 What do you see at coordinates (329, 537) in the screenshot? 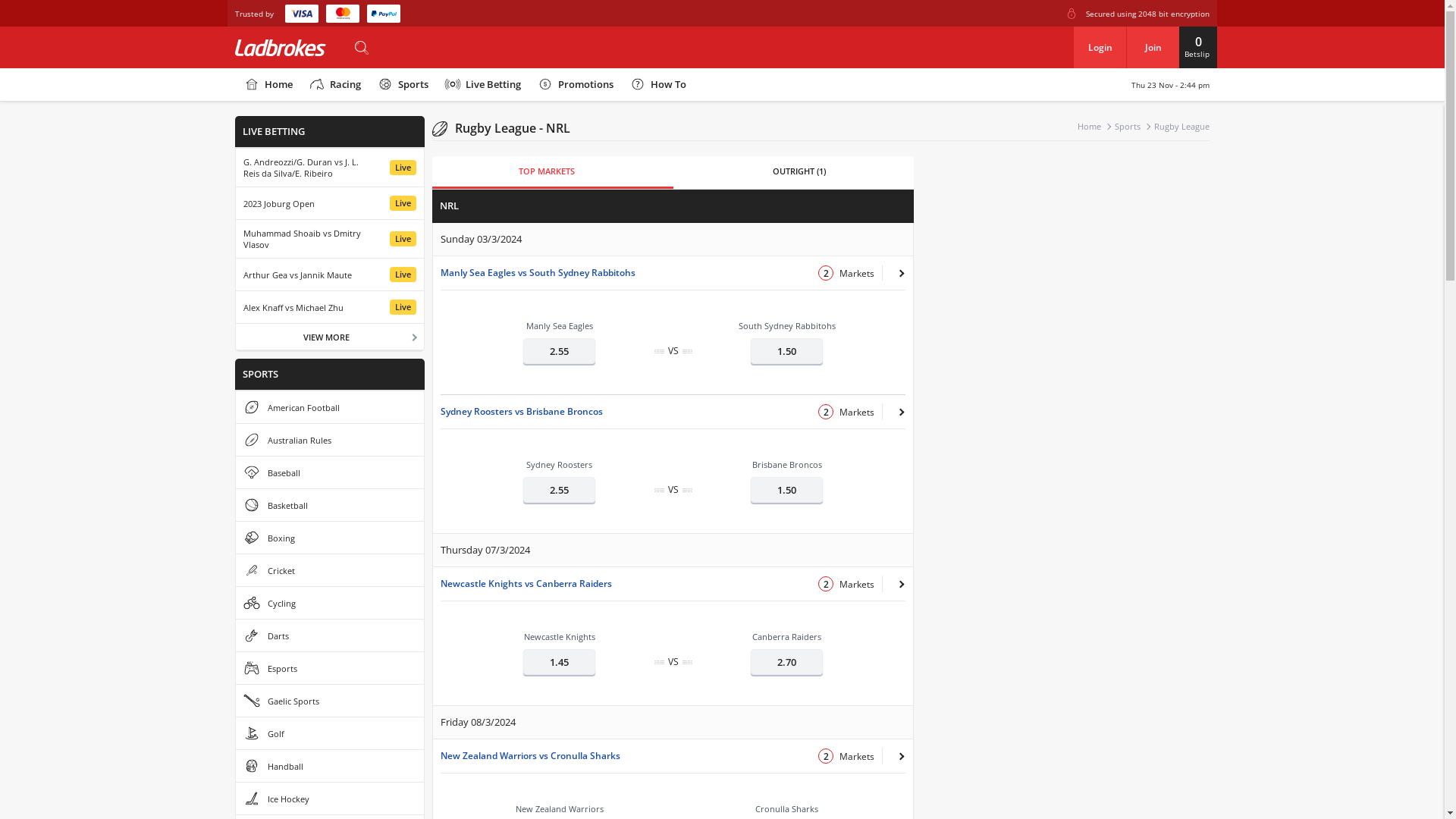
I see `'Boxing'` at bounding box center [329, 537].